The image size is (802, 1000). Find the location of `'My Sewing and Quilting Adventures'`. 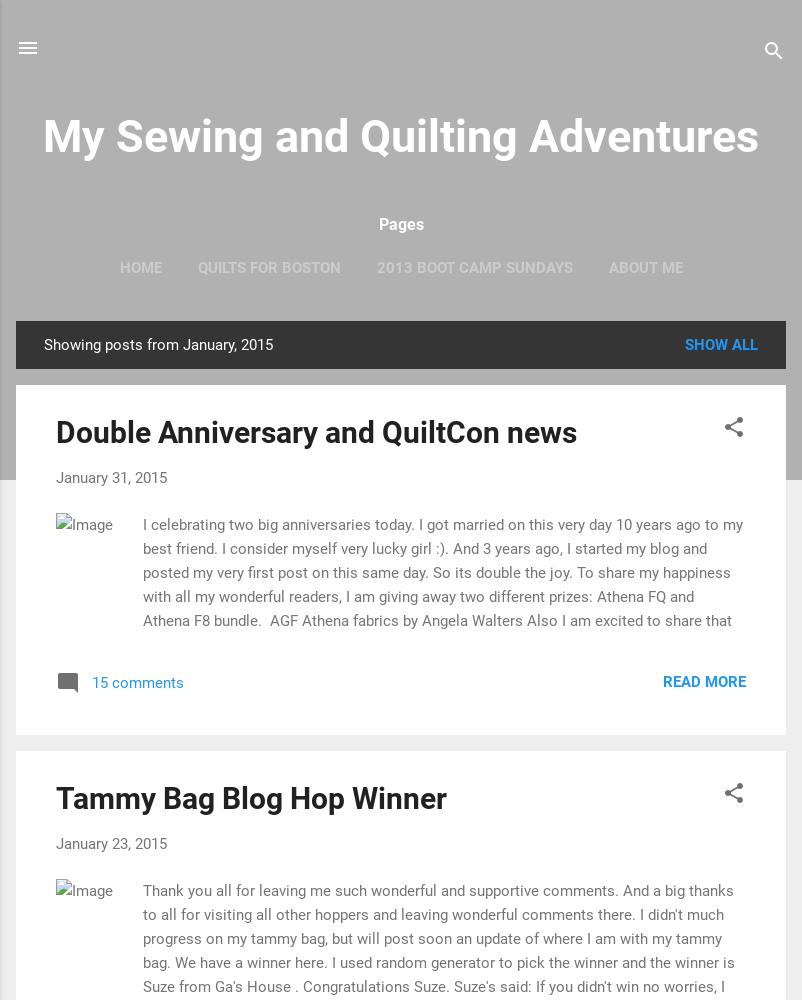

'My Sewing and Quilting Adventures' is located at coordinates (401, 136).